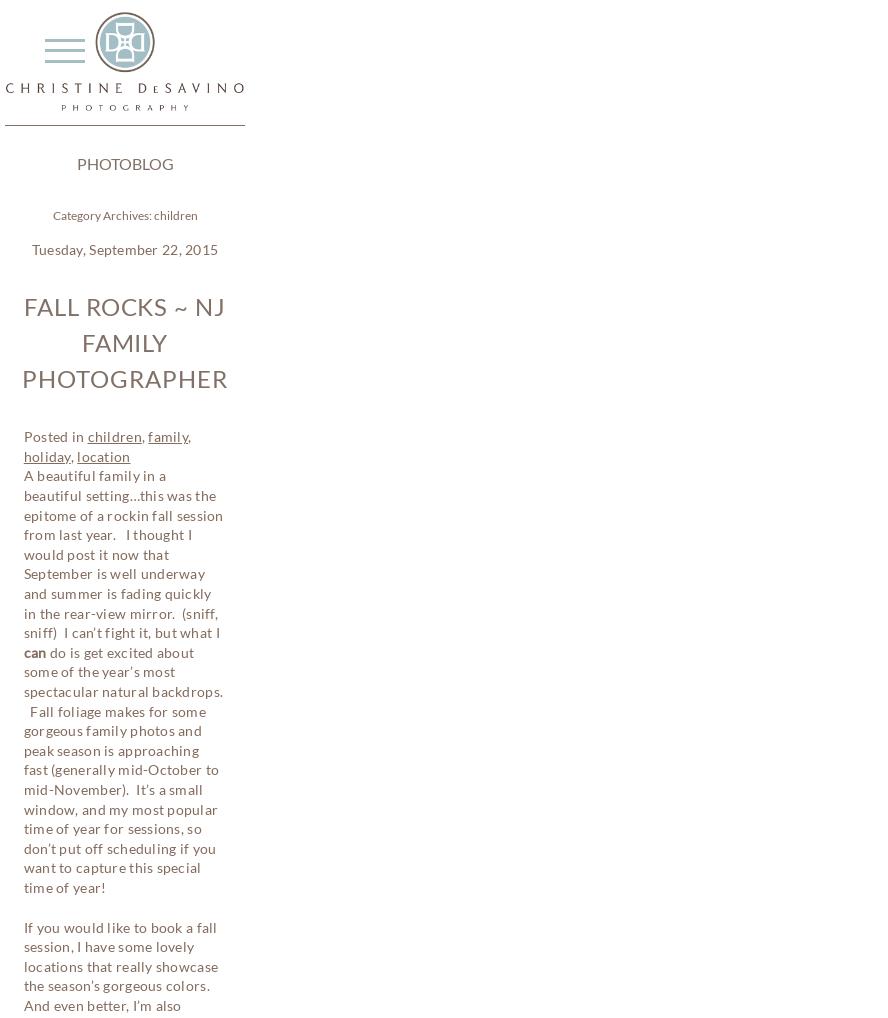 Image resolution: width=888 pixels, height=1018 pixels. Describe the element at coordinates (22, 435) in the screenshot. I see `'Posted in'` at that location.